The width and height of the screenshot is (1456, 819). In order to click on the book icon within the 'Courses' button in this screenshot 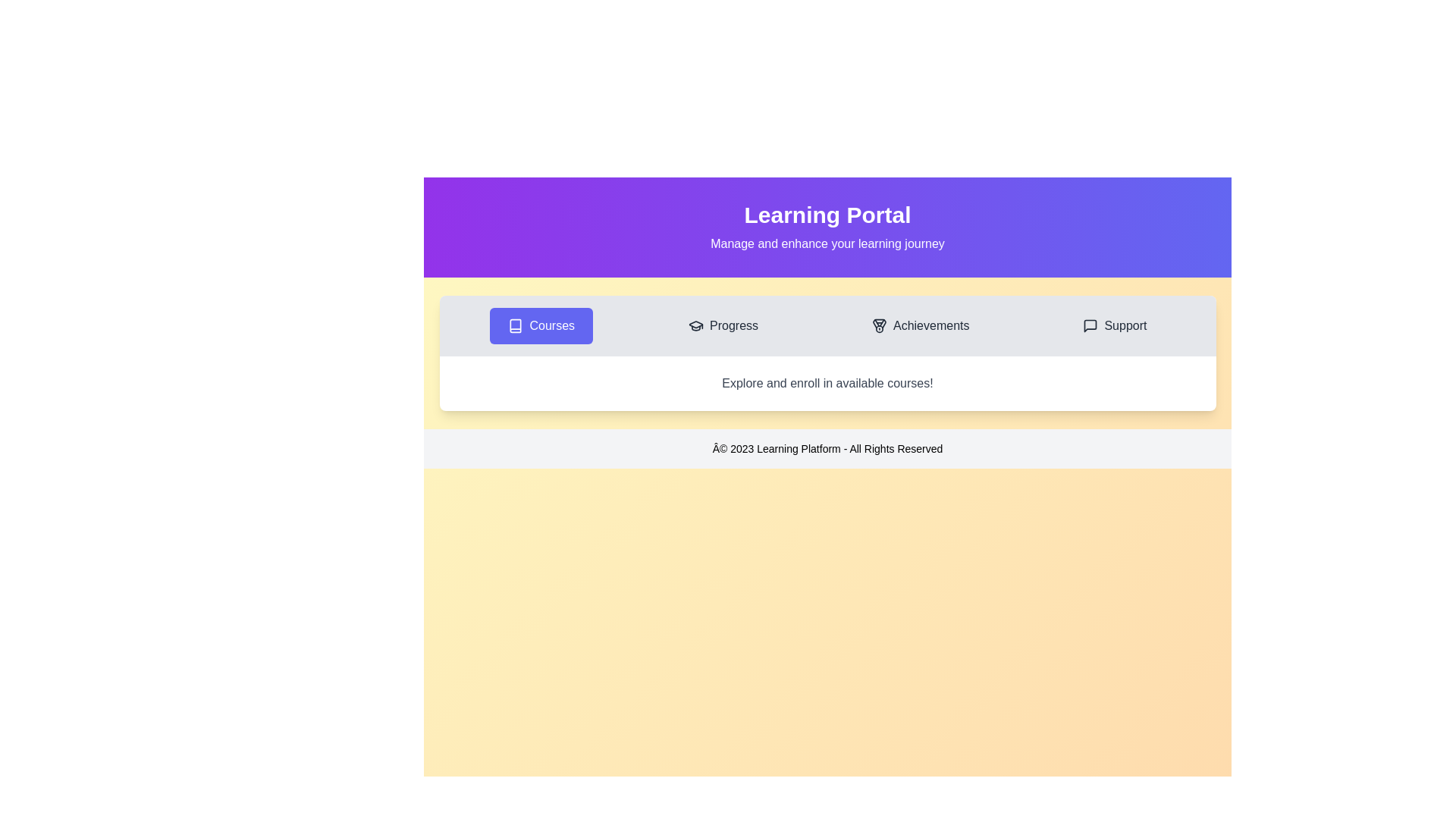, I will do `click(516, 325)`.